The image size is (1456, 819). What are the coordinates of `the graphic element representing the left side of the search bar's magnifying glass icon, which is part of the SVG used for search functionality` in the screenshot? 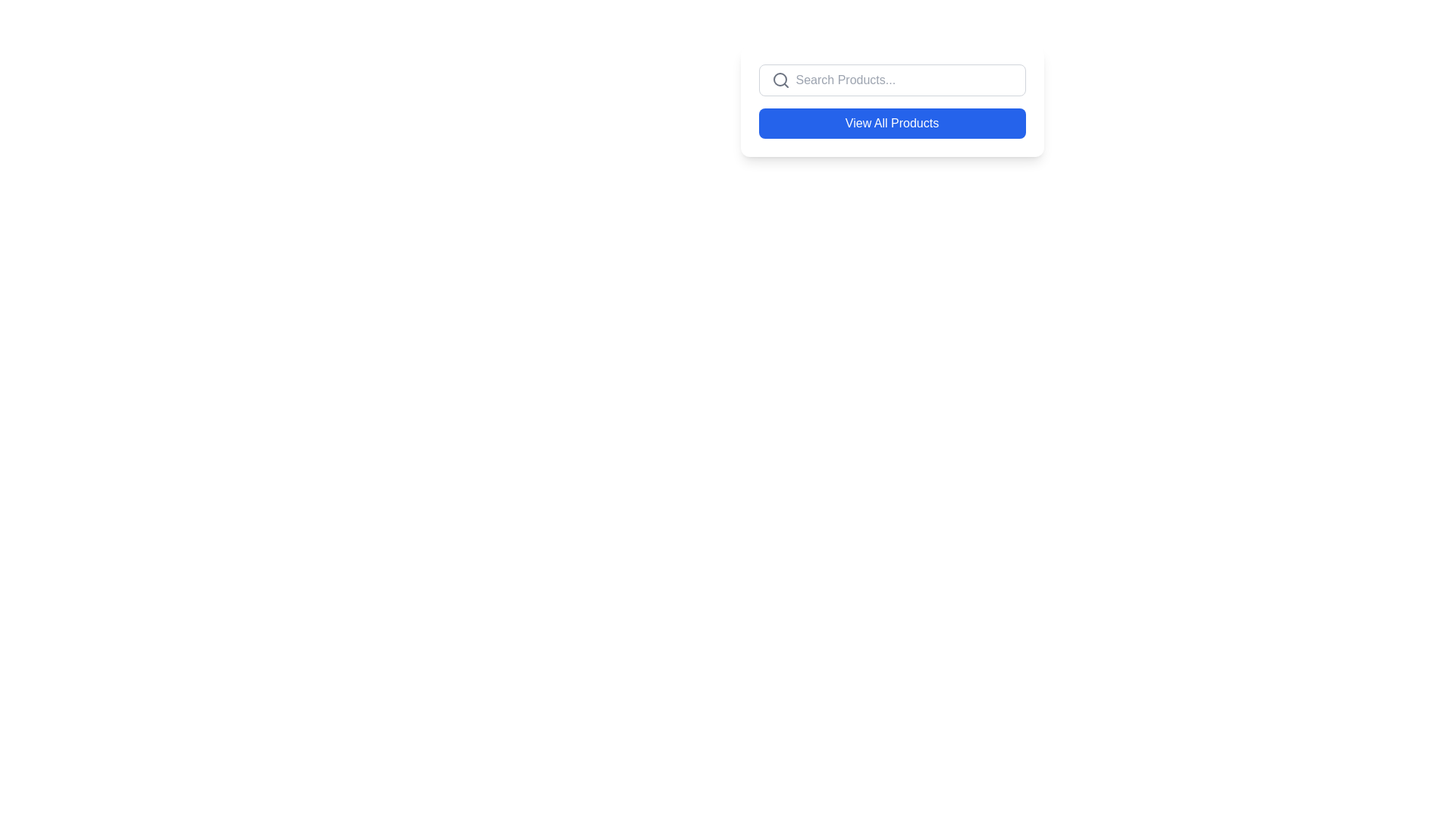 It's located at (780, 79).